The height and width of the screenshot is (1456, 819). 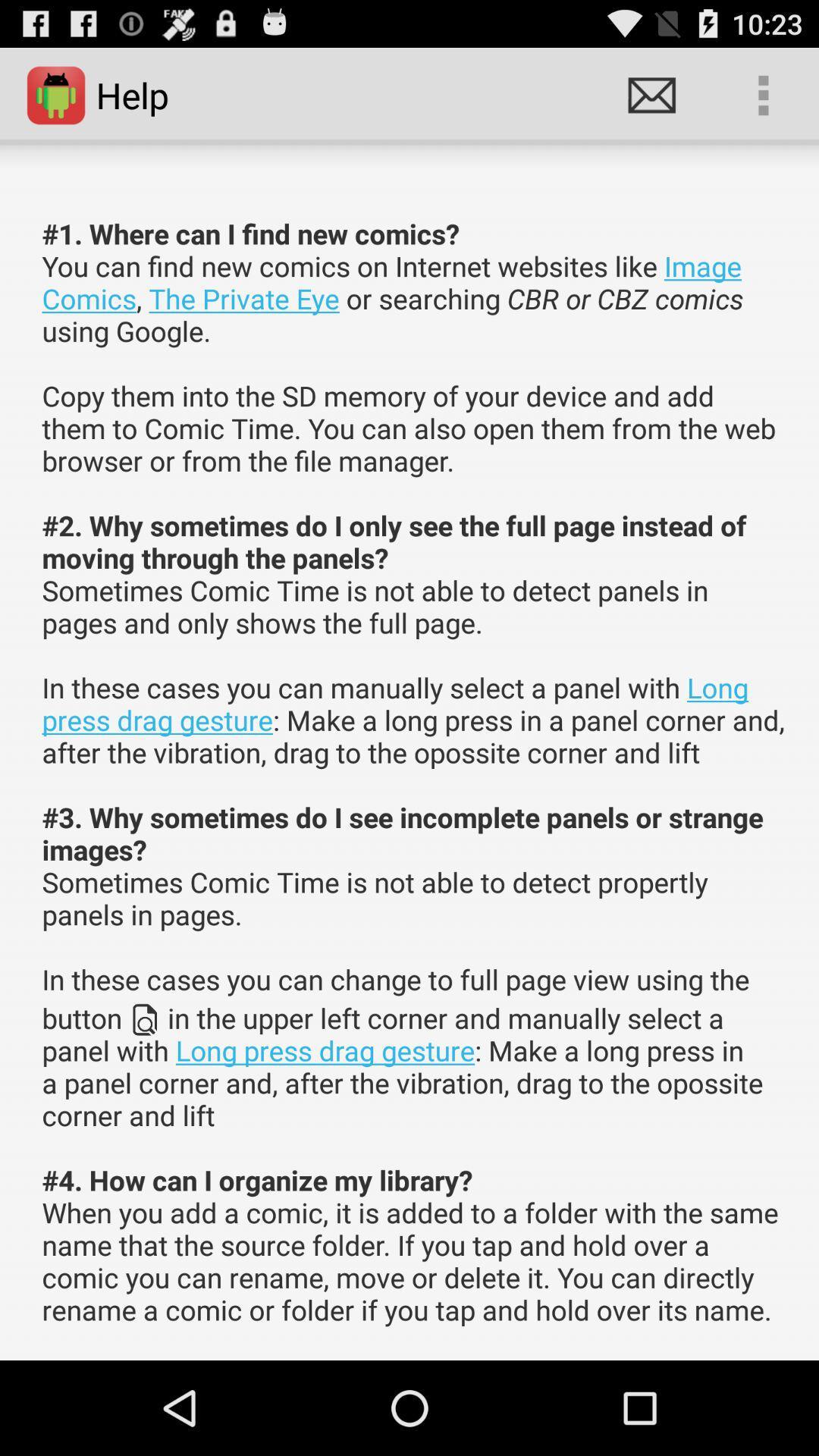 I want to click on the app above 1 where can icon, so click(x=763, y=94).